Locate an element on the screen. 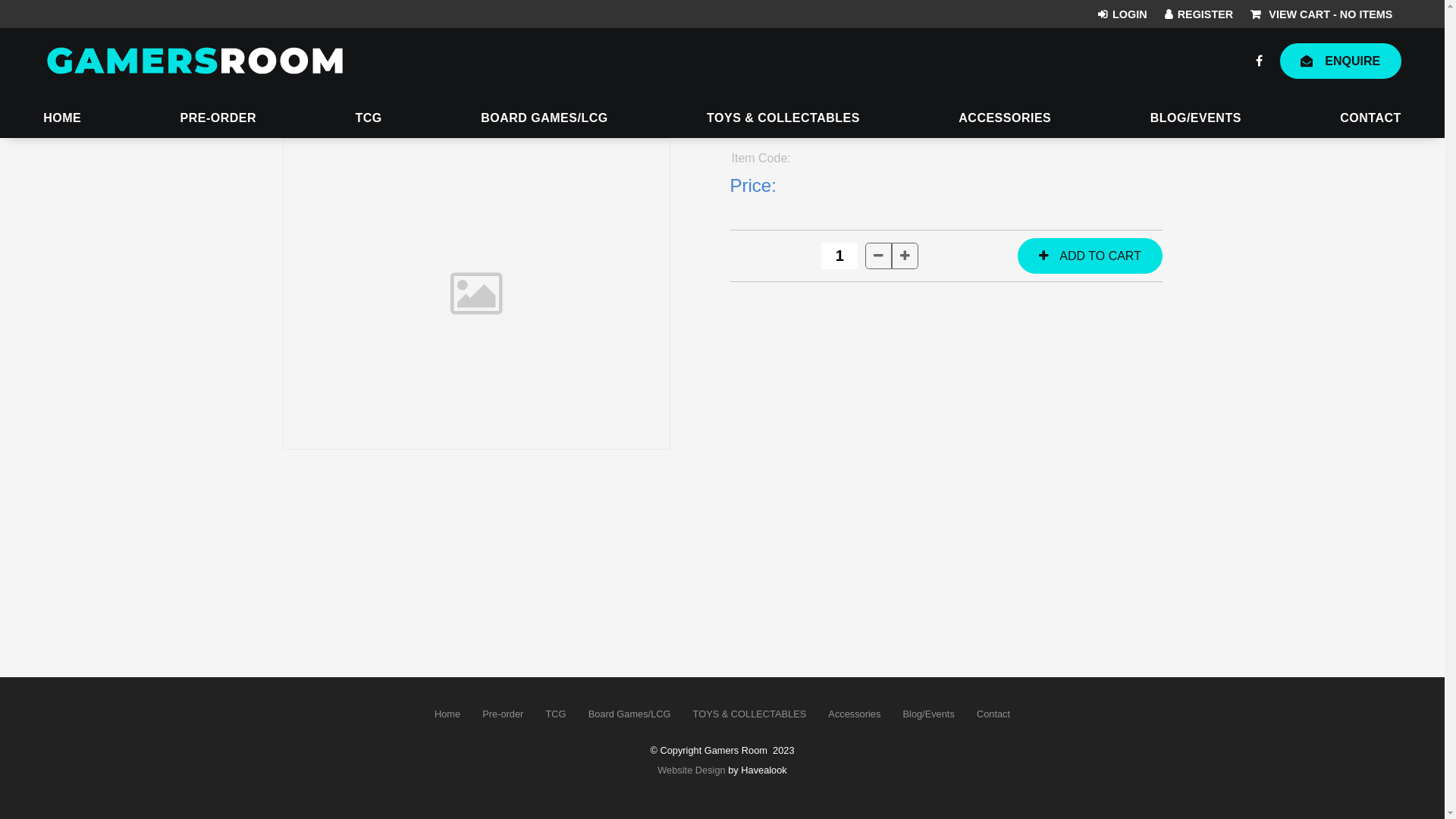 The height and width of the screenshot is (819, 1456). 'BLOG/EVENTS' is located at coordinates (1195, 118).